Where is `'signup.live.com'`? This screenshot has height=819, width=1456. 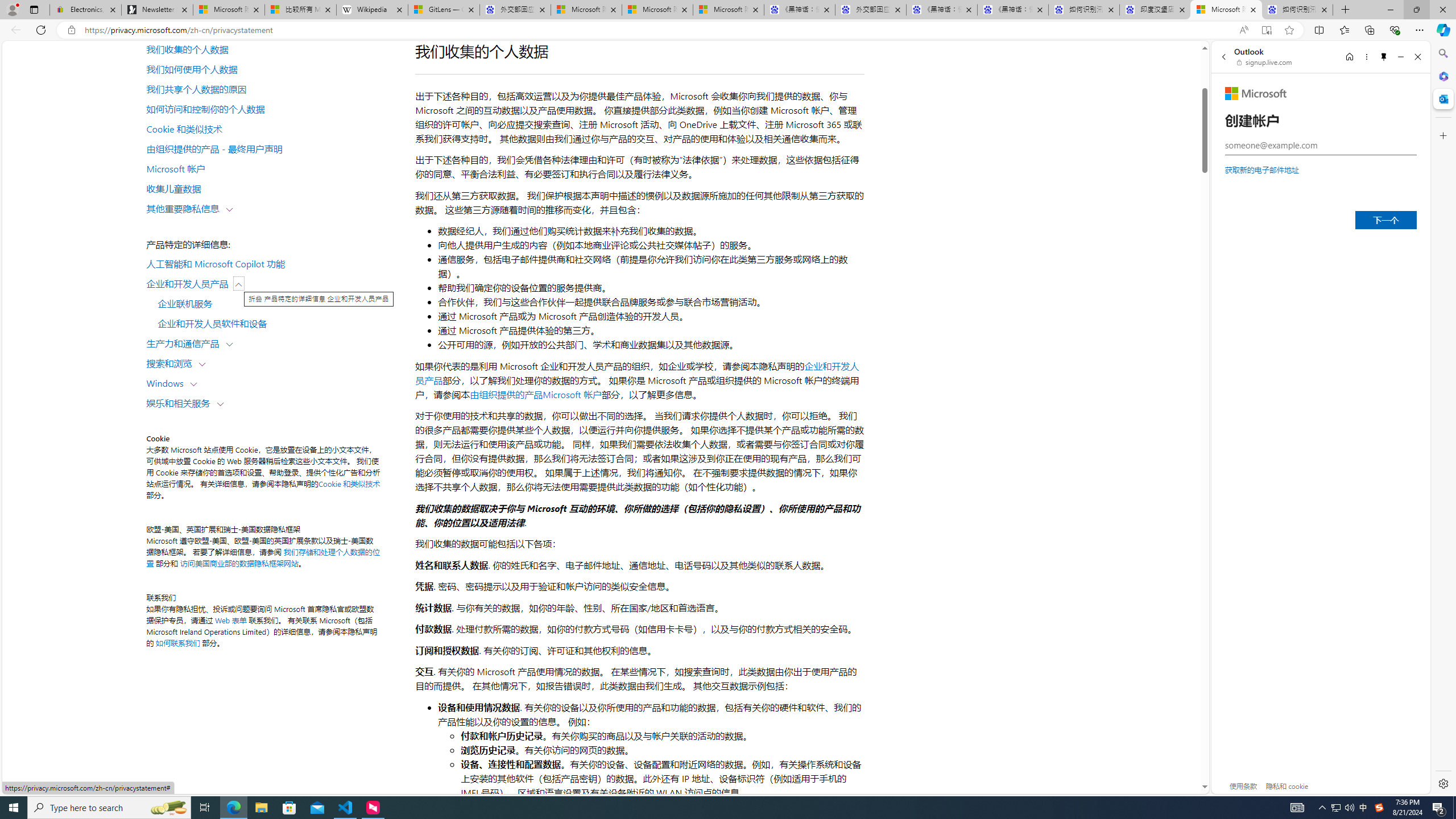
'signup.live.com' is located at coordinates (1264, 61).